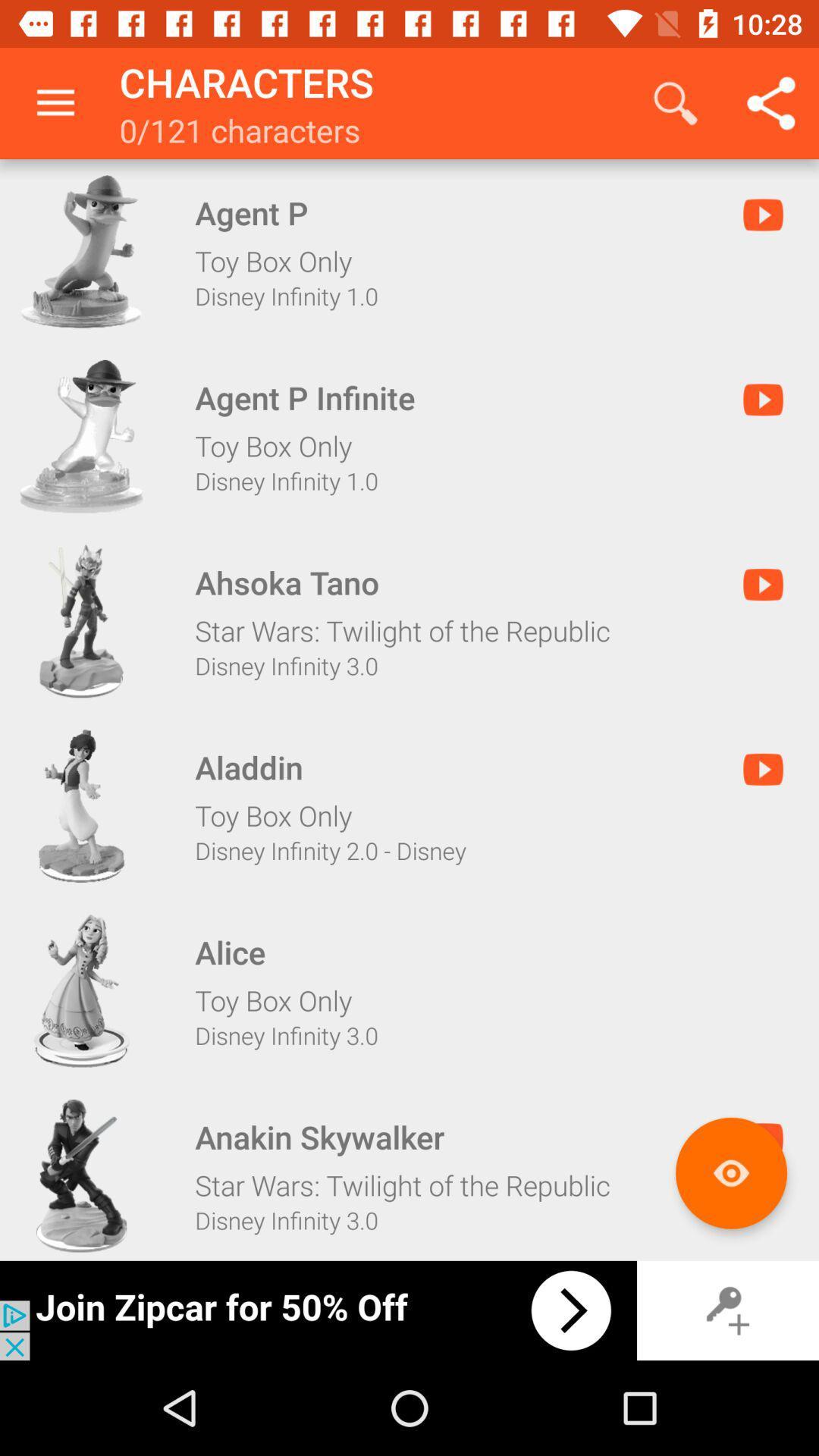 This screenshot has height=1456, width=819. Describe the element at coordinates (81, 1175) in the screenshot. I see `character` at that location.